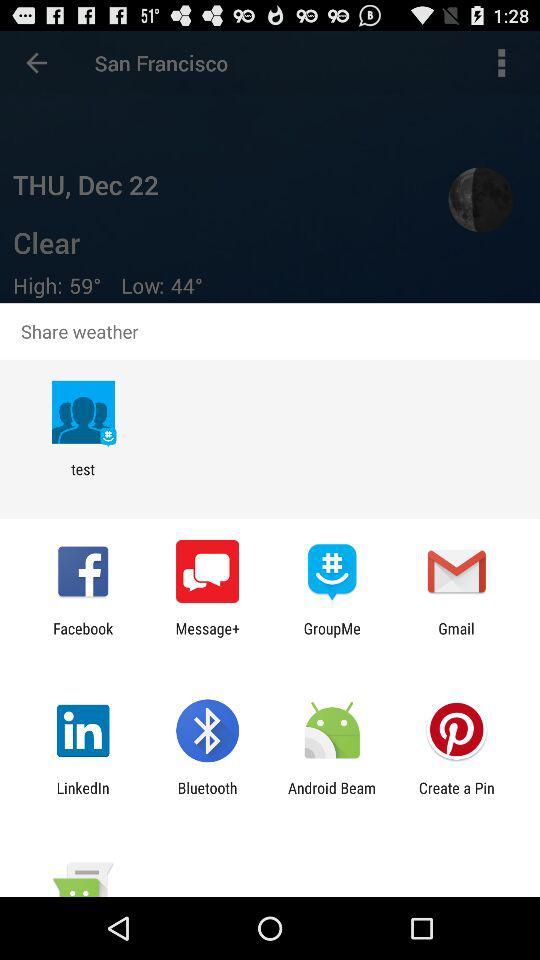 This screenshot has width=540, height=960. I want to click on app to the left of groupme item, so click(206, 636).